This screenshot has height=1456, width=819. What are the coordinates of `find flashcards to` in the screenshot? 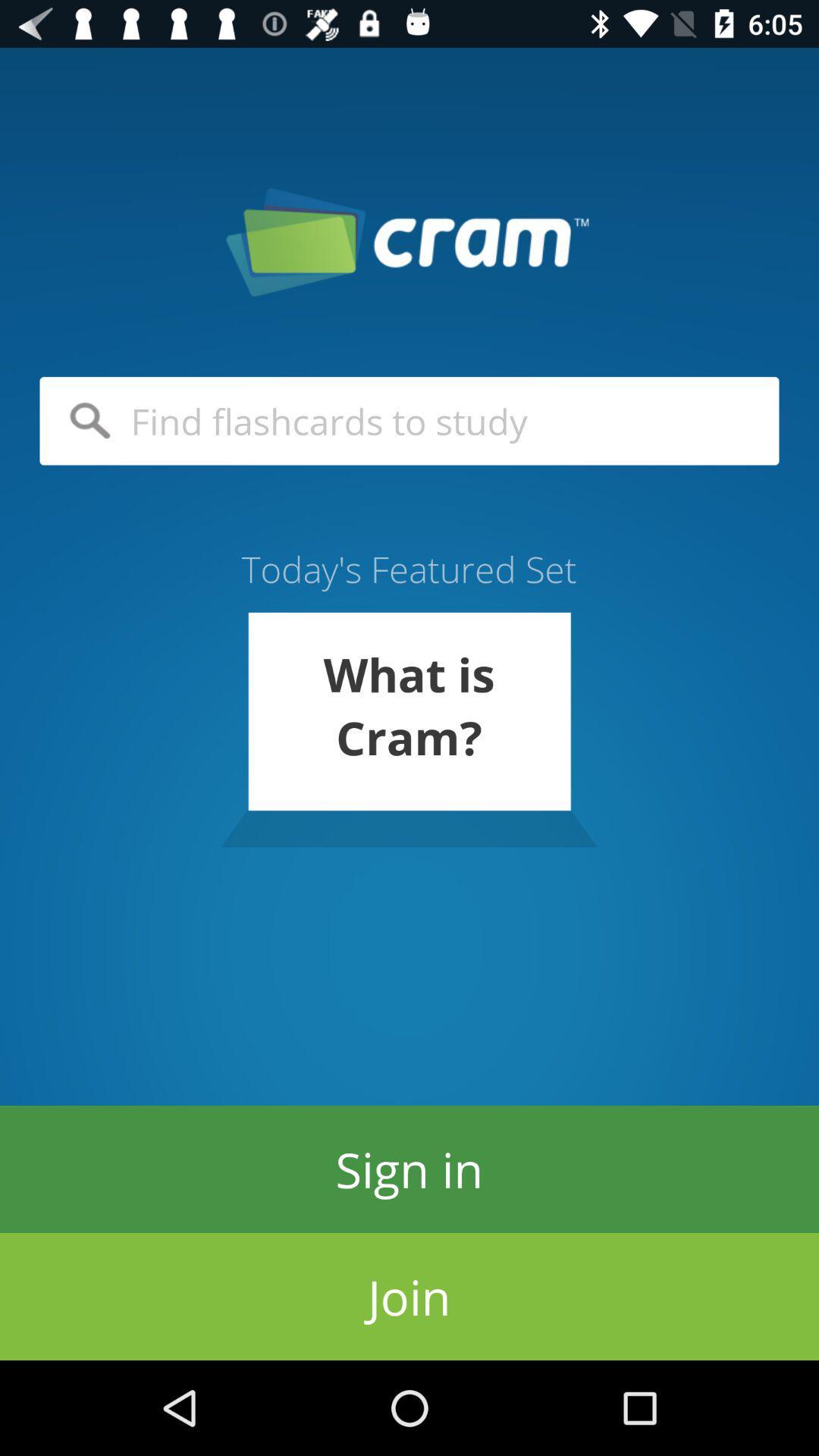 It's located at (409, 421).